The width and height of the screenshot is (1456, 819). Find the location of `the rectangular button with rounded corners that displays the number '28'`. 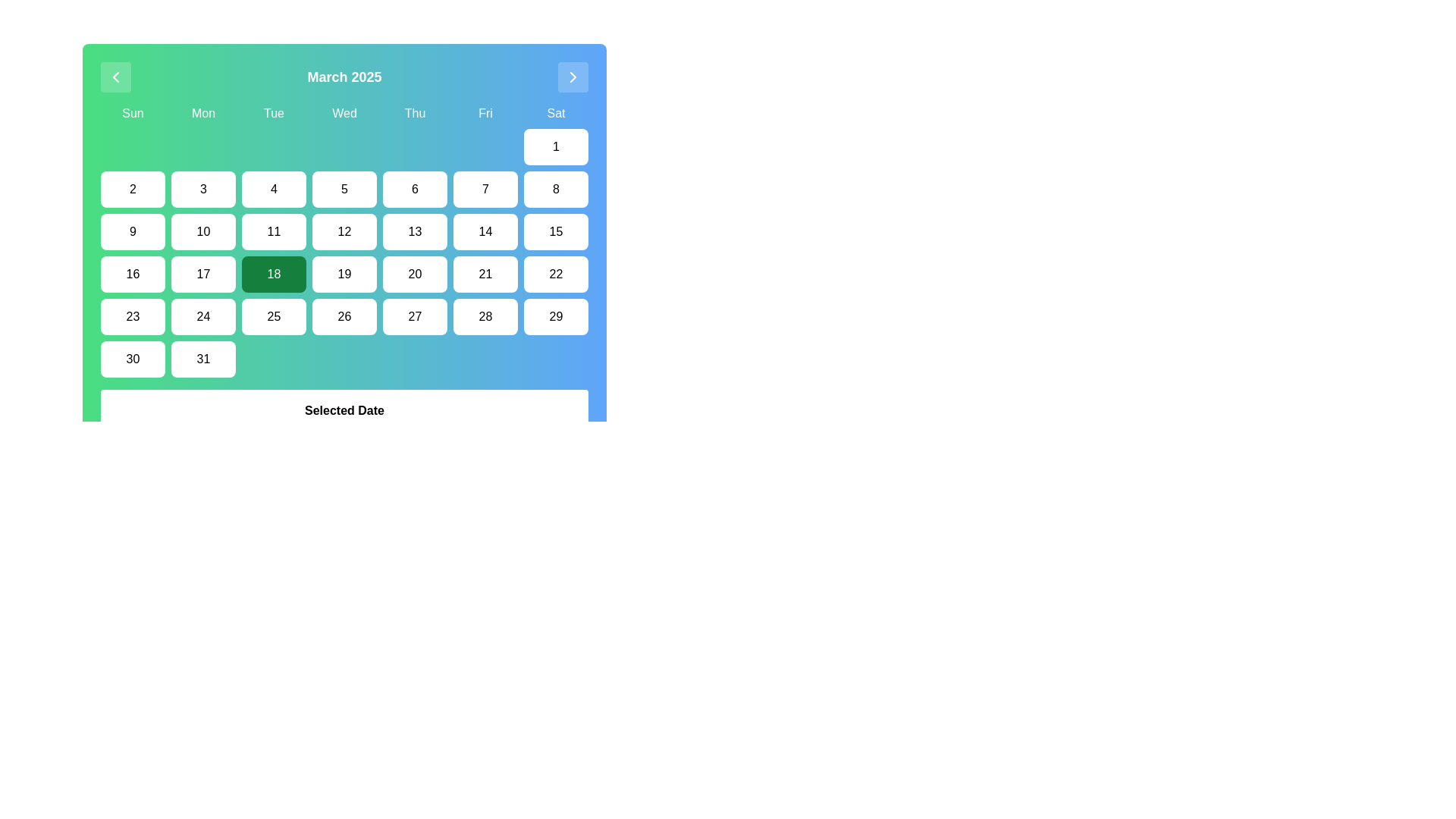

the rectangular button with rounded corners that displays the number '28' is located at coordinates (485, 315).